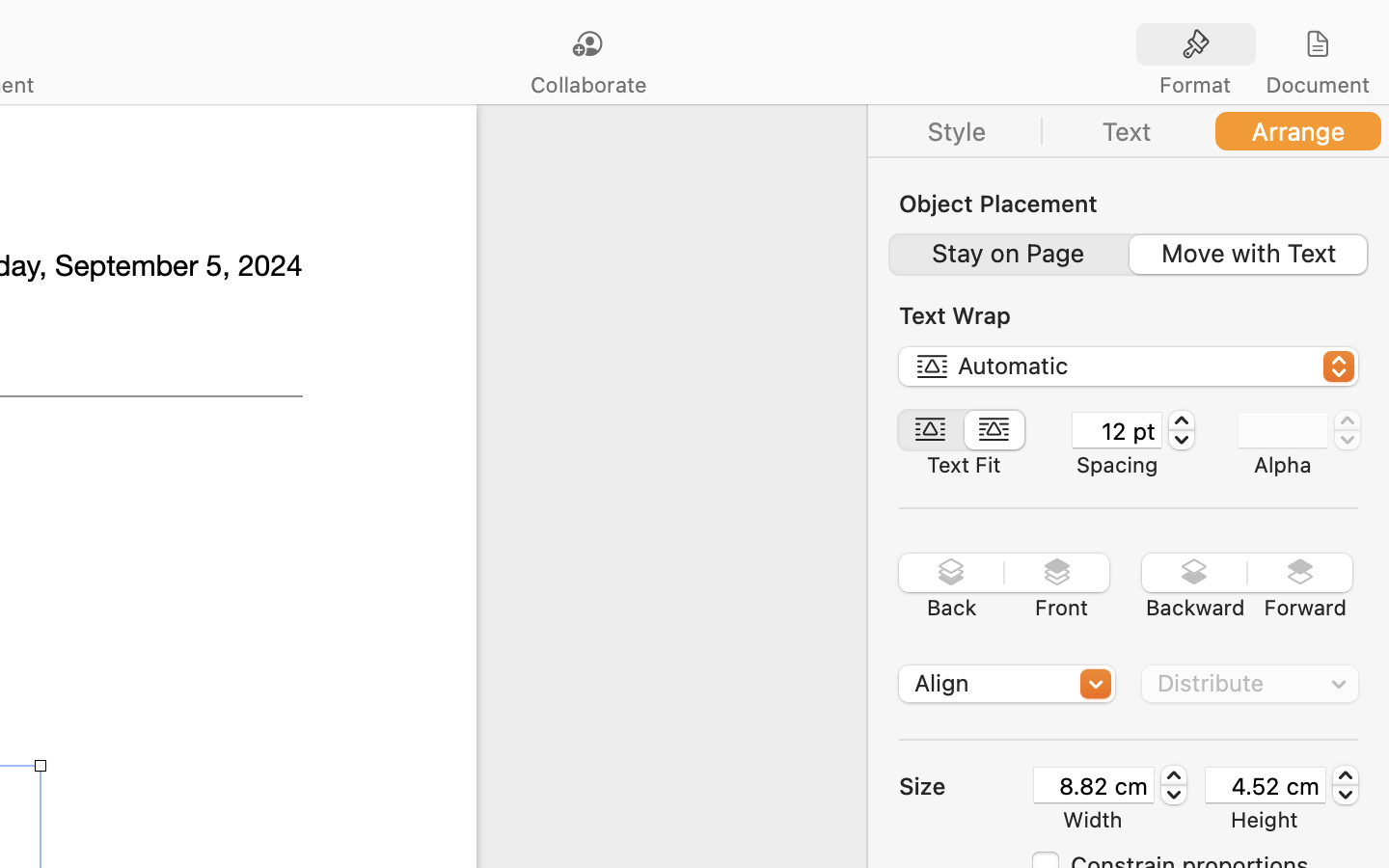 This screenshot has height=868, width=1389. I want to click on 'Height', so click(1264, 819).